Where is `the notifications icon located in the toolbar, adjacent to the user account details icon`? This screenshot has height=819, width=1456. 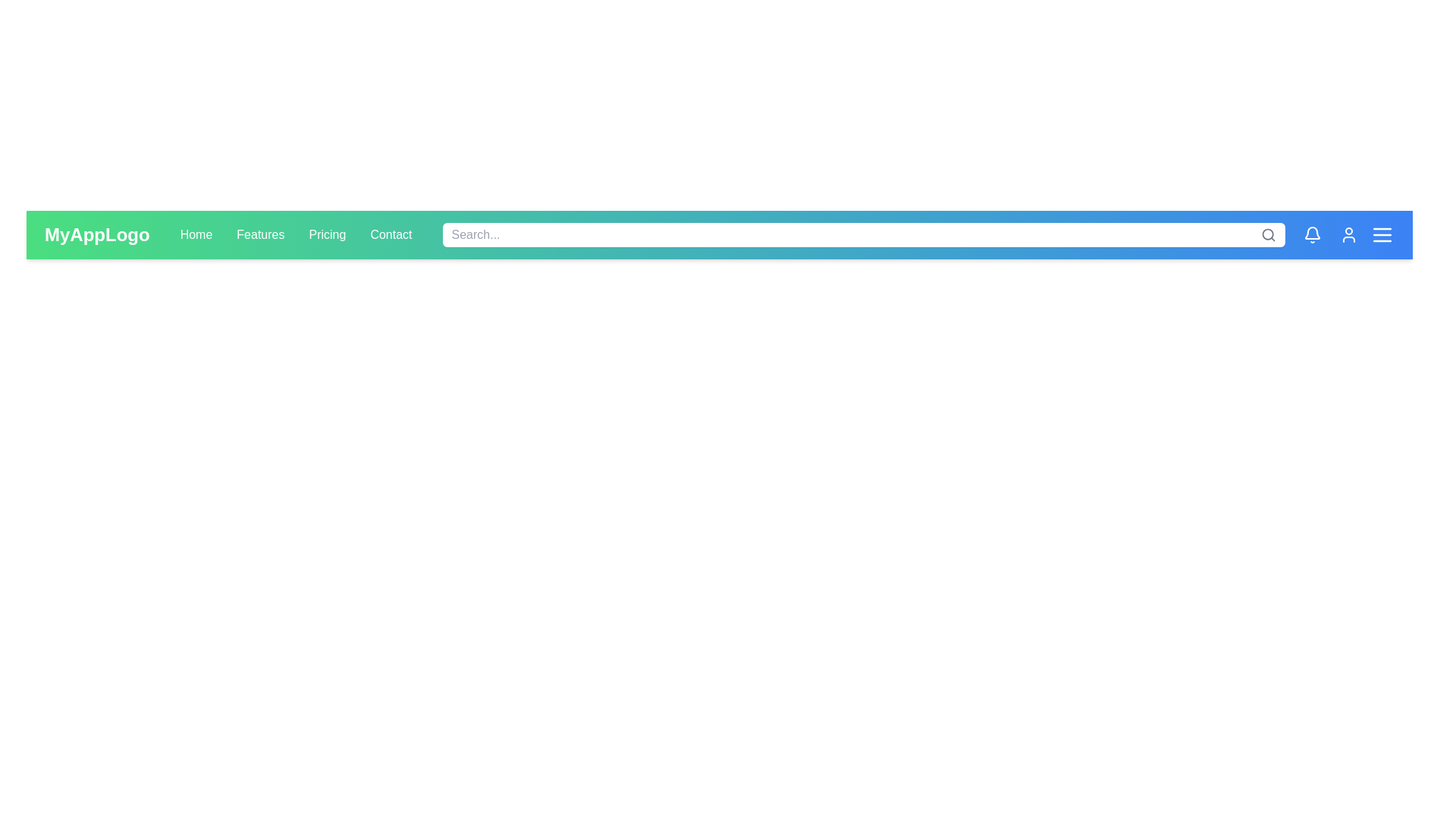
the notifications icon located in the toolbar, adjacent to the user account details icon is located at coordinates (1312, 233).